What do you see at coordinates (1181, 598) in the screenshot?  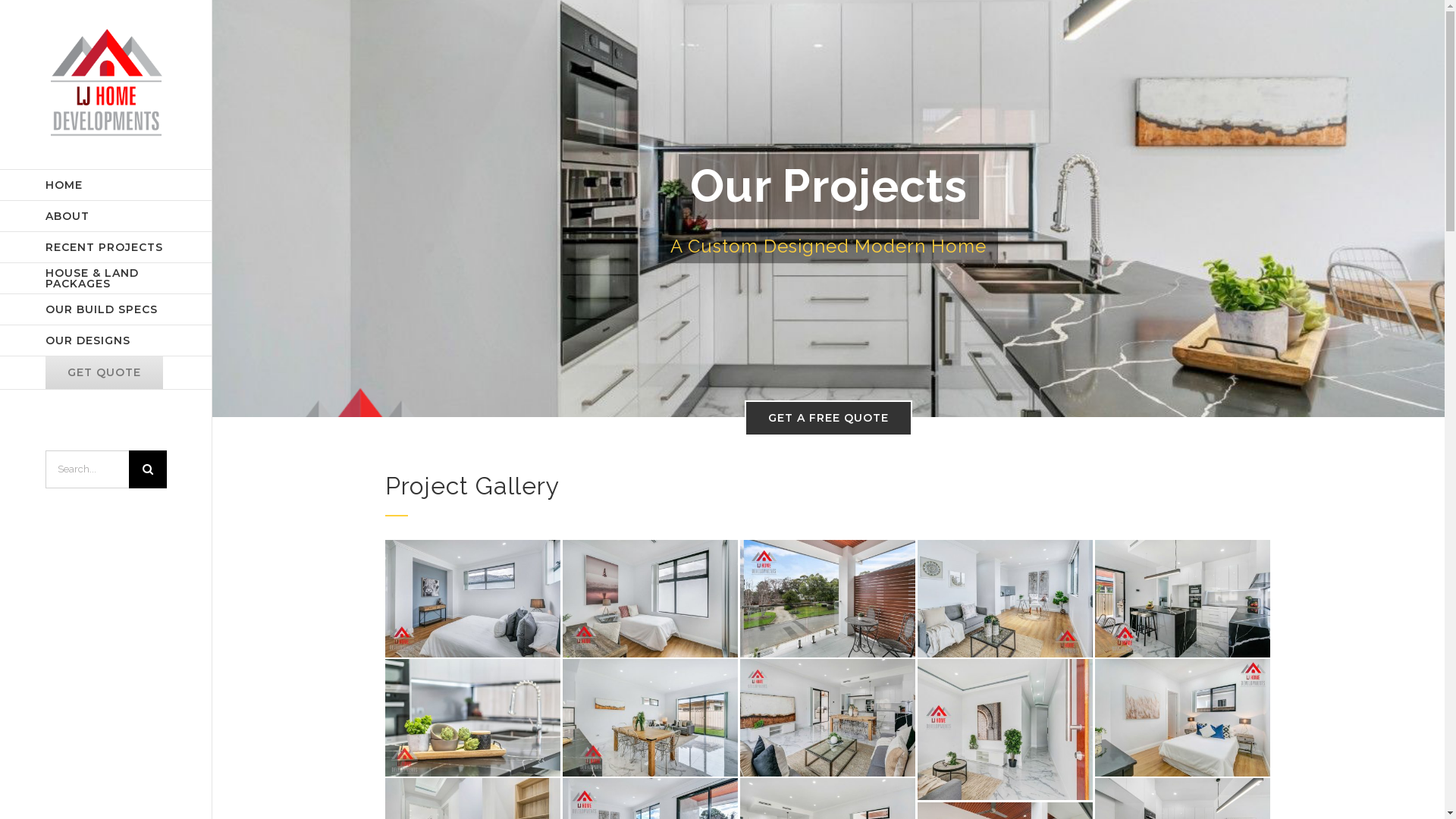 I see `'3'` at bounding box center [1181, 598].